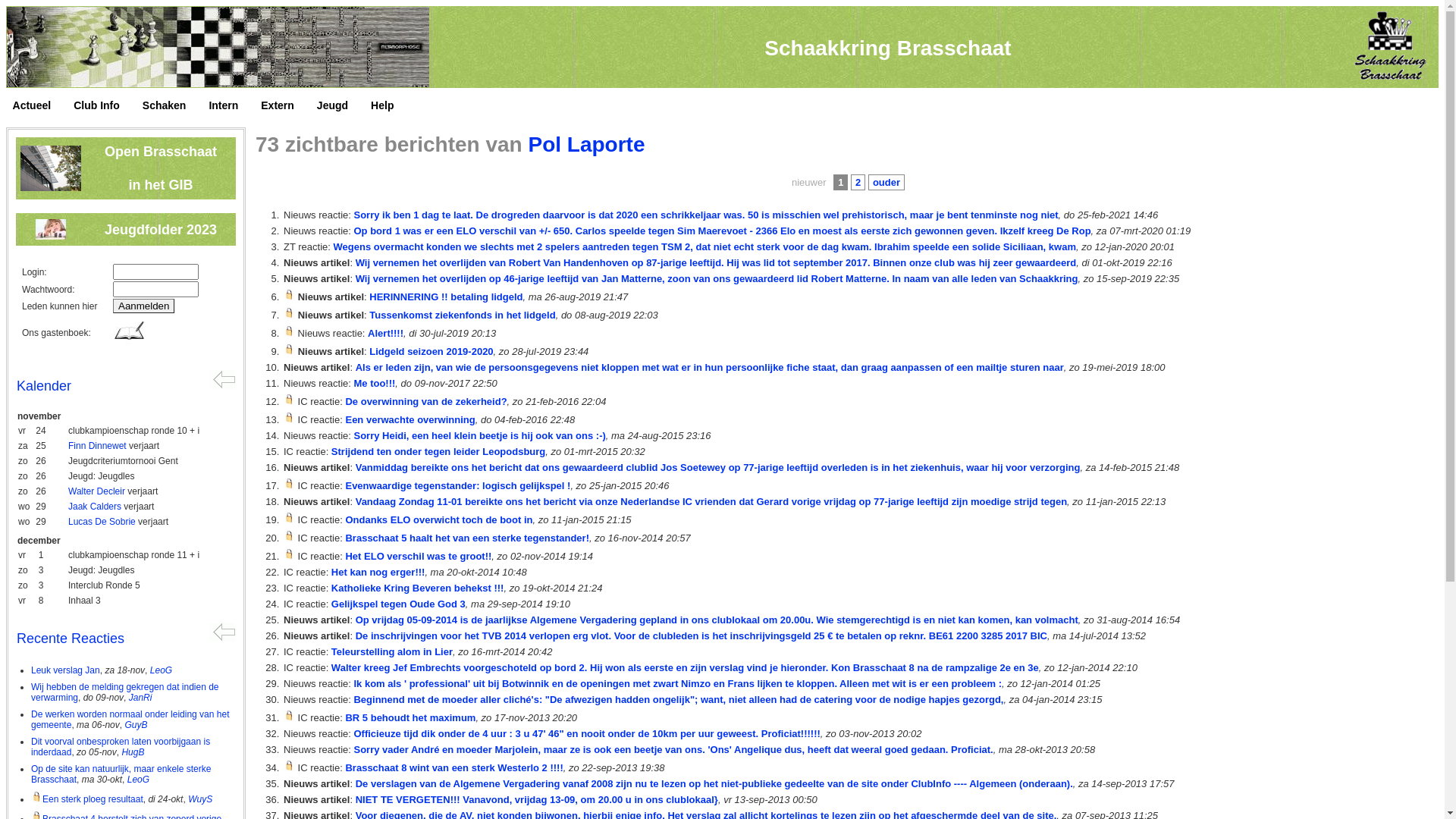 The width and height of the screenshot is (1456, 819). I want to click on 'Verberg de sidebar', so click(221, 378).